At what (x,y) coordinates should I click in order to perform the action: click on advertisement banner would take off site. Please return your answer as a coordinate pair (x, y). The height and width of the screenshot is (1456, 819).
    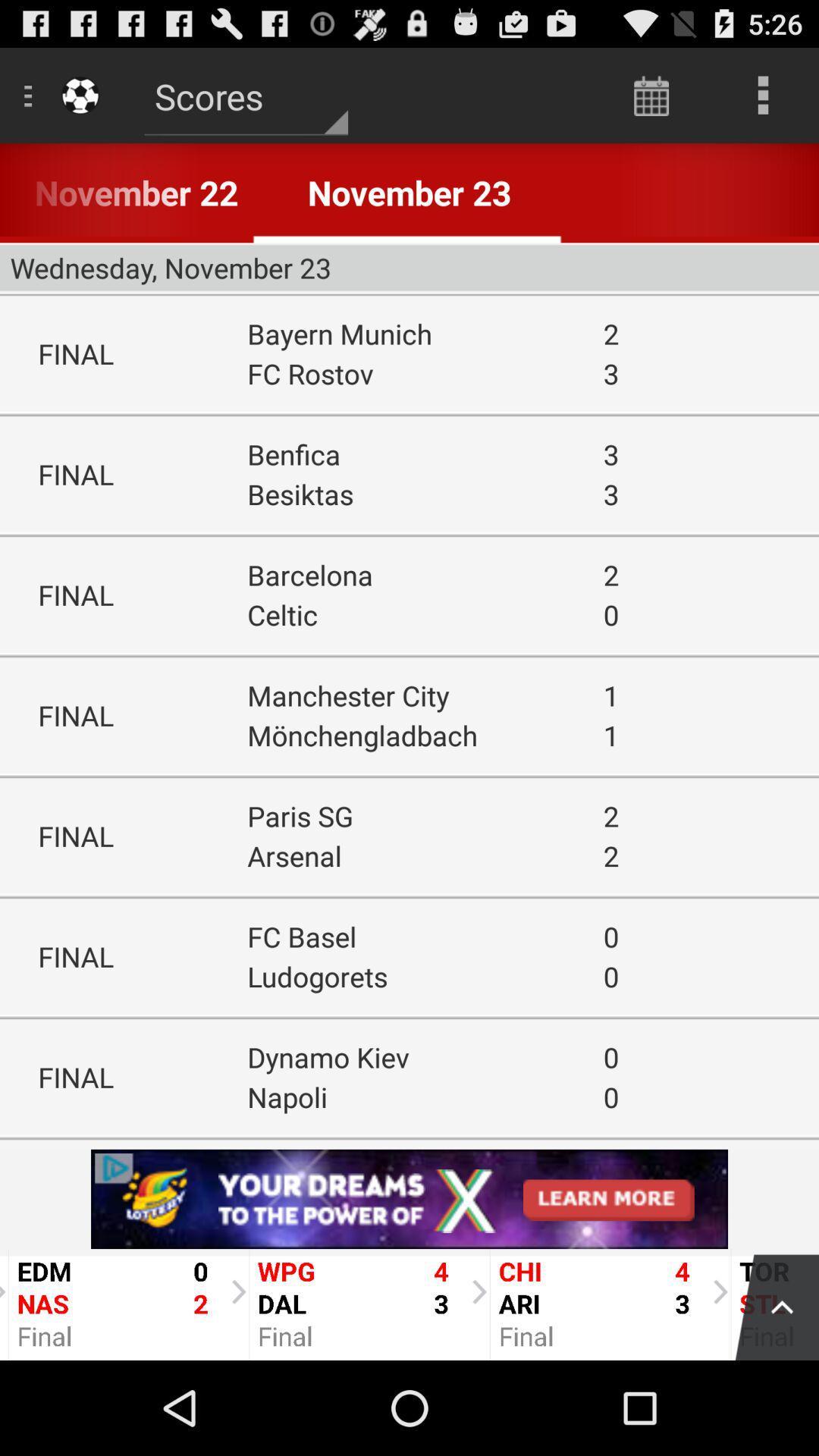
    Looking at the image, I should click on (409, 1198).